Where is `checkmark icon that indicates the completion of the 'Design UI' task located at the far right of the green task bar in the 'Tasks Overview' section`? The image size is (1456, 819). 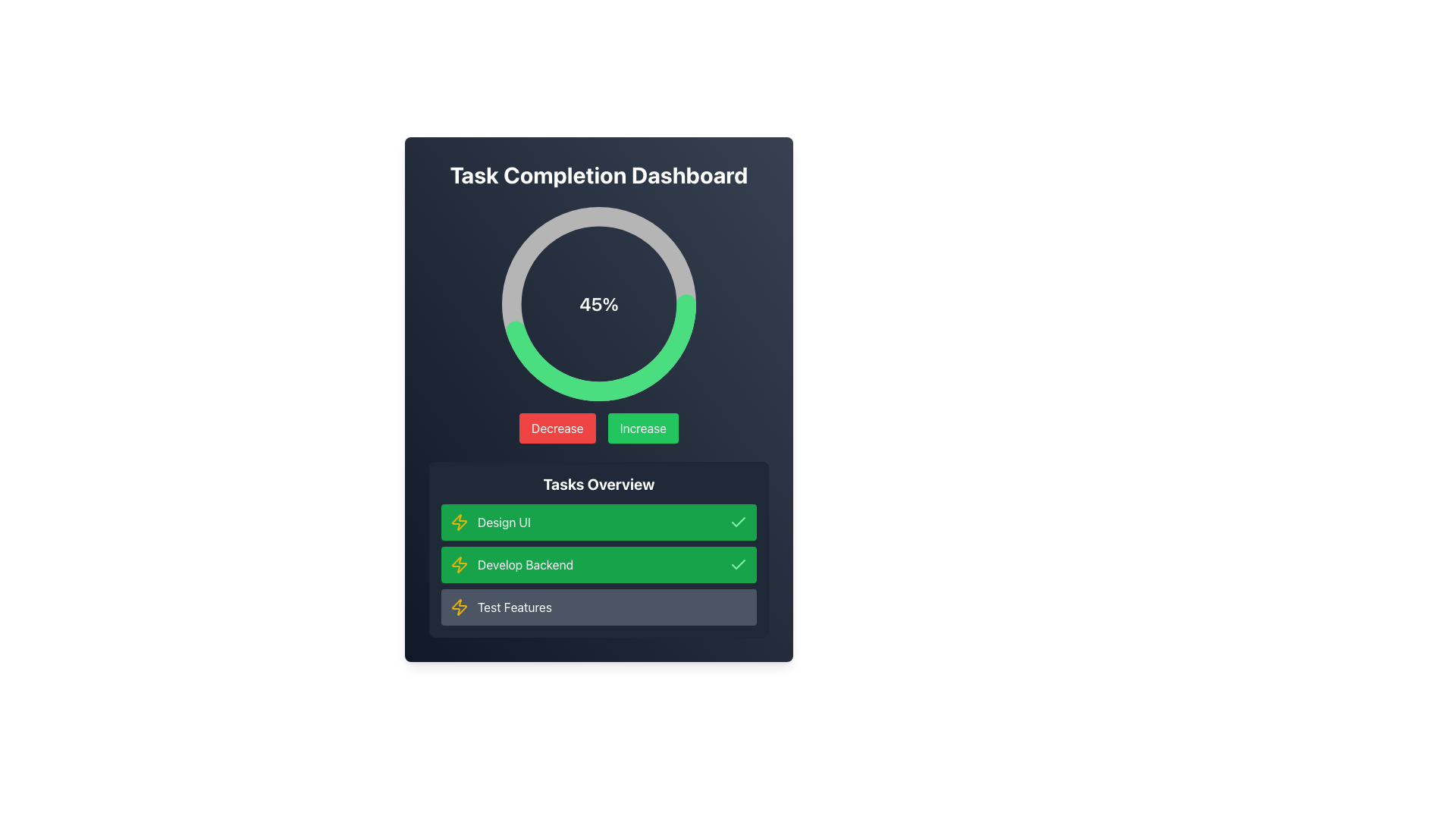 checkmark icon that indicates the completion of the 'Design UI' task located at the far right of the green task bar in the 'Tasks Overview' section is located at coordinates (739, 522).